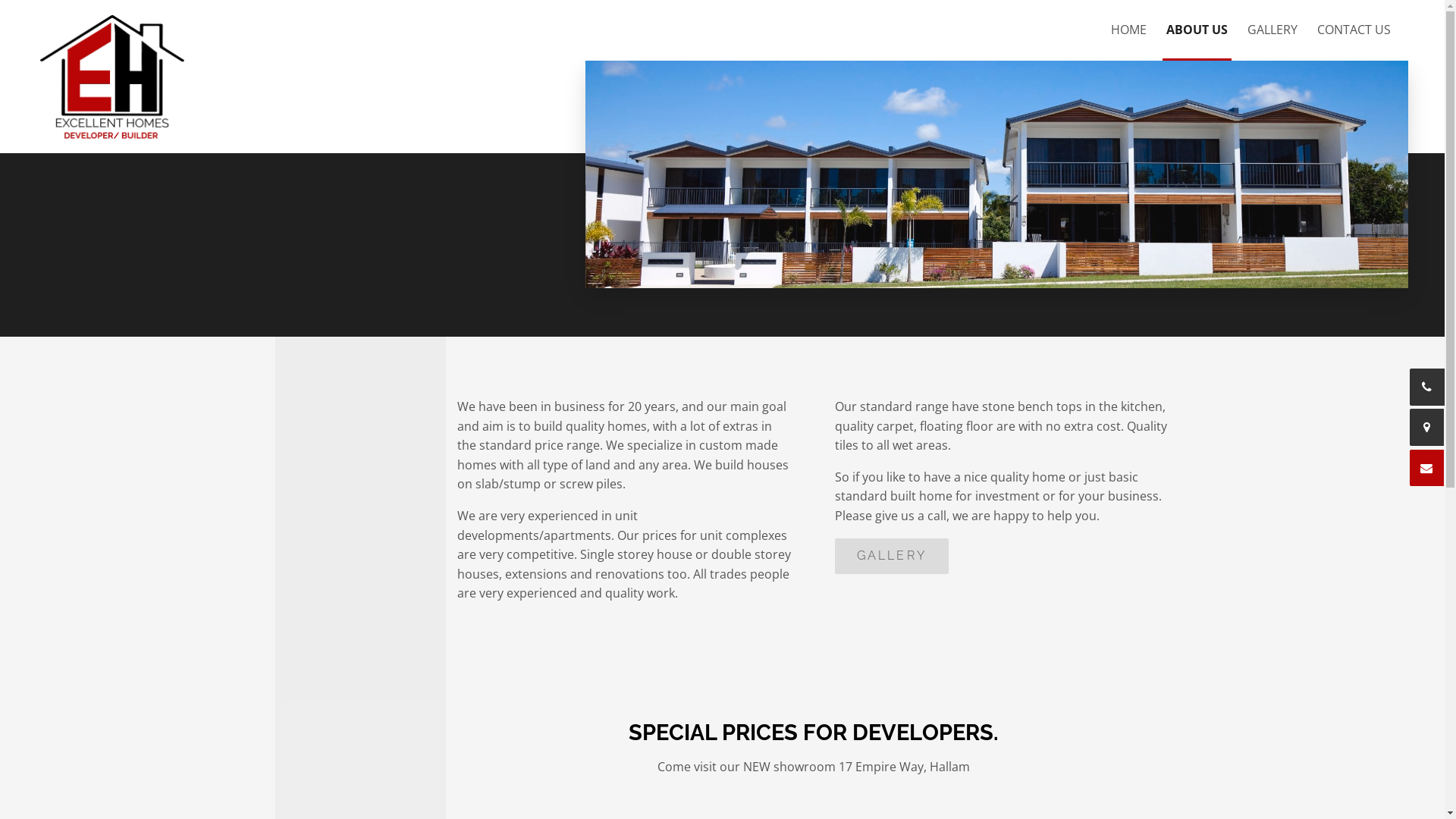  I want to click on 'GALLERY', so click(1272, 30).